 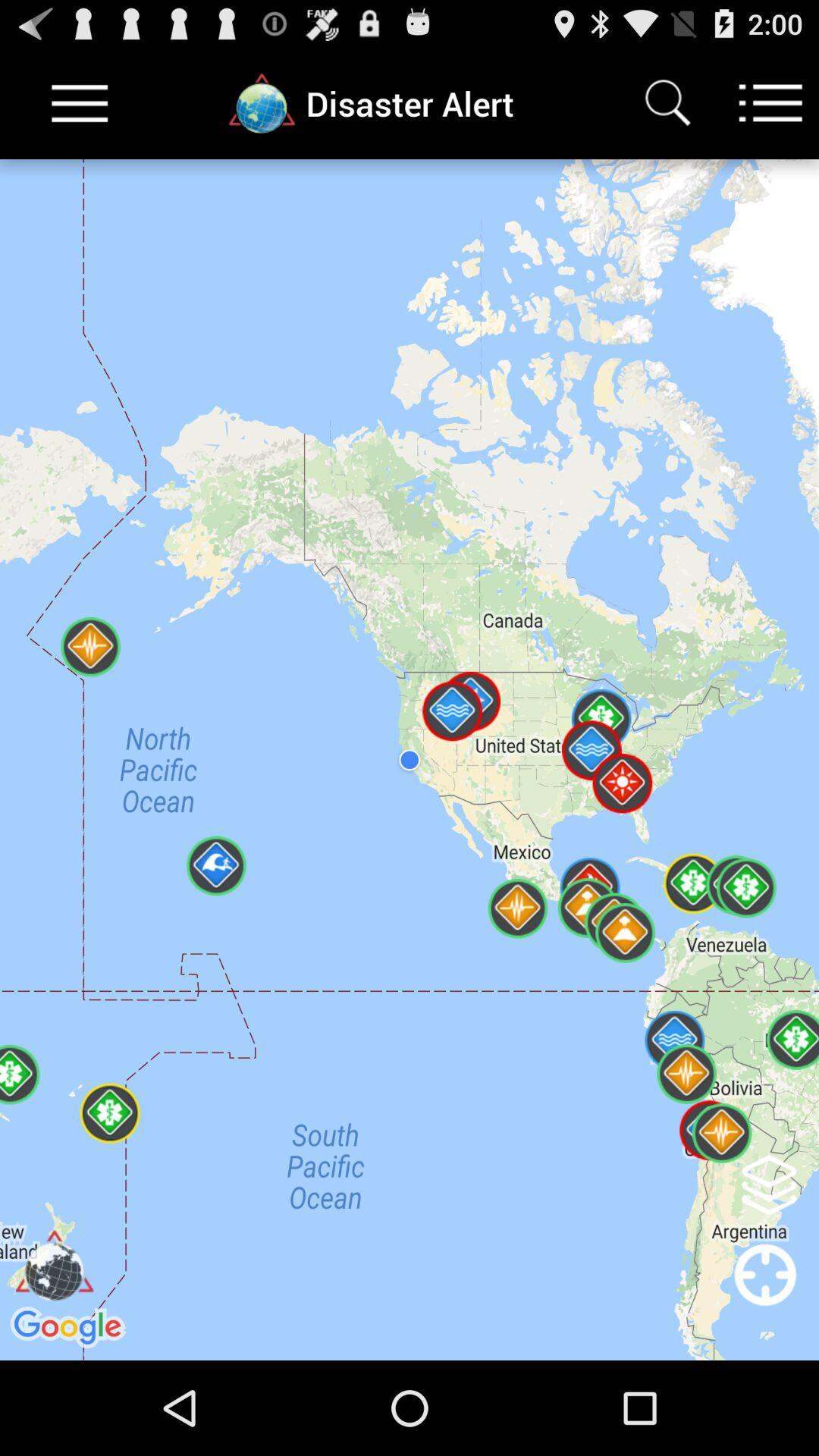 What do you see at coordinates (765, 1385) in the screenshot?
I see `the location_crosshair icon` at bounding box center [765, 1385].